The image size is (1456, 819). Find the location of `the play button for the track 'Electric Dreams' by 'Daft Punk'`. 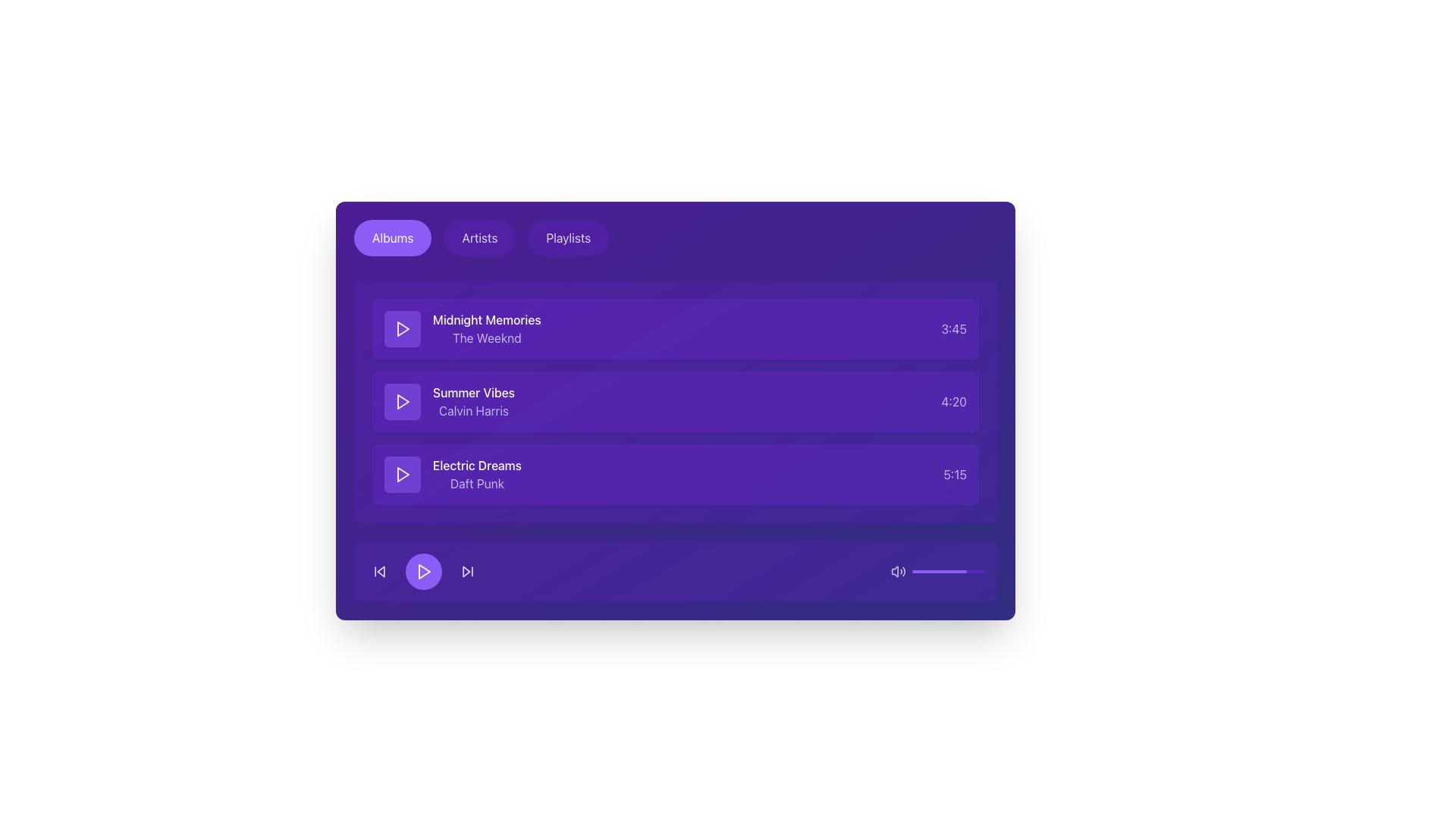

the play button for the track 'Electric Dreams' by 'Daft Punk' is located at coordinates (403, 473).